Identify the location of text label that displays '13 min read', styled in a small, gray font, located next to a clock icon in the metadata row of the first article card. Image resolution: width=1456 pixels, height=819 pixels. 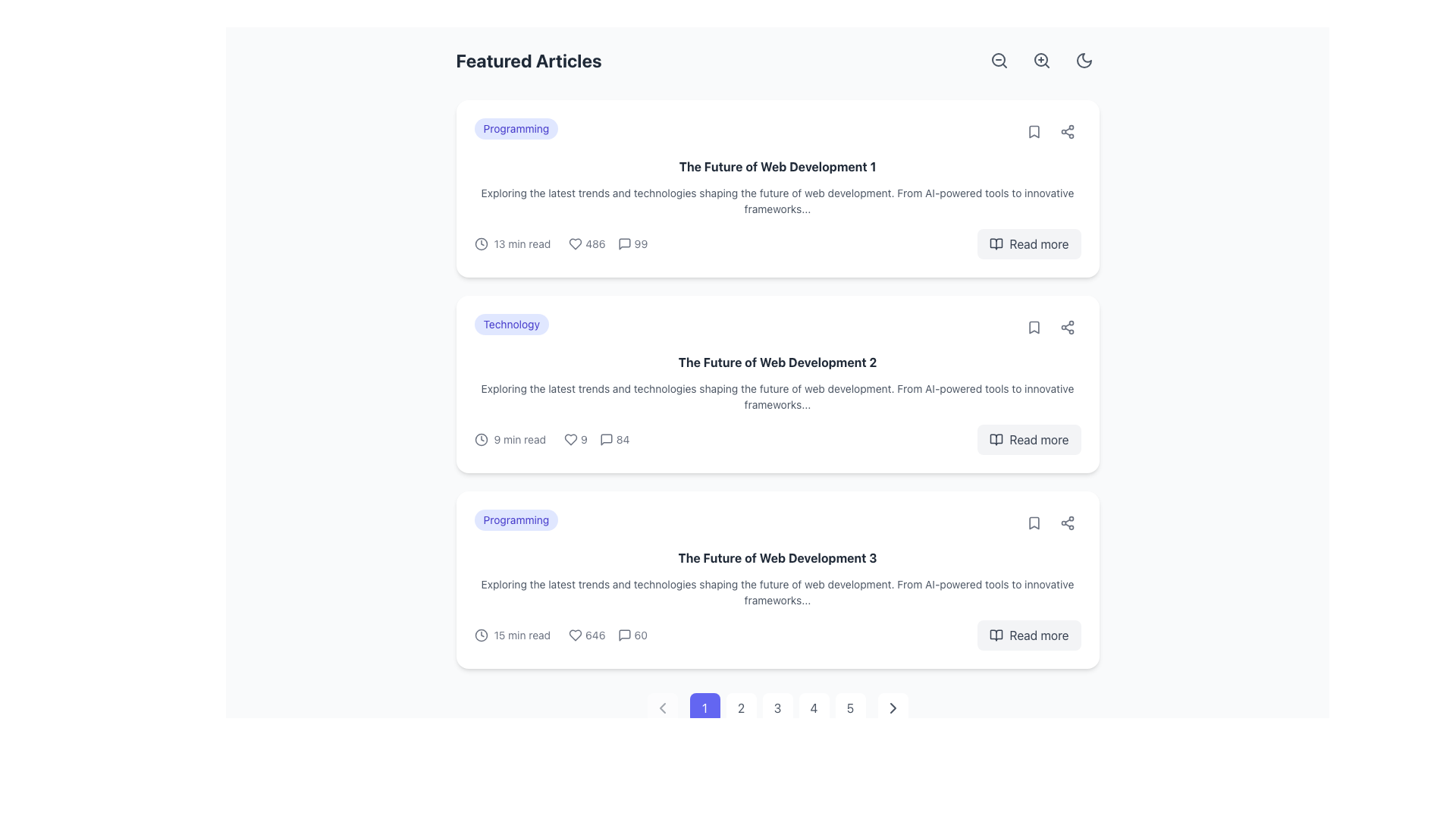
(522, 243).